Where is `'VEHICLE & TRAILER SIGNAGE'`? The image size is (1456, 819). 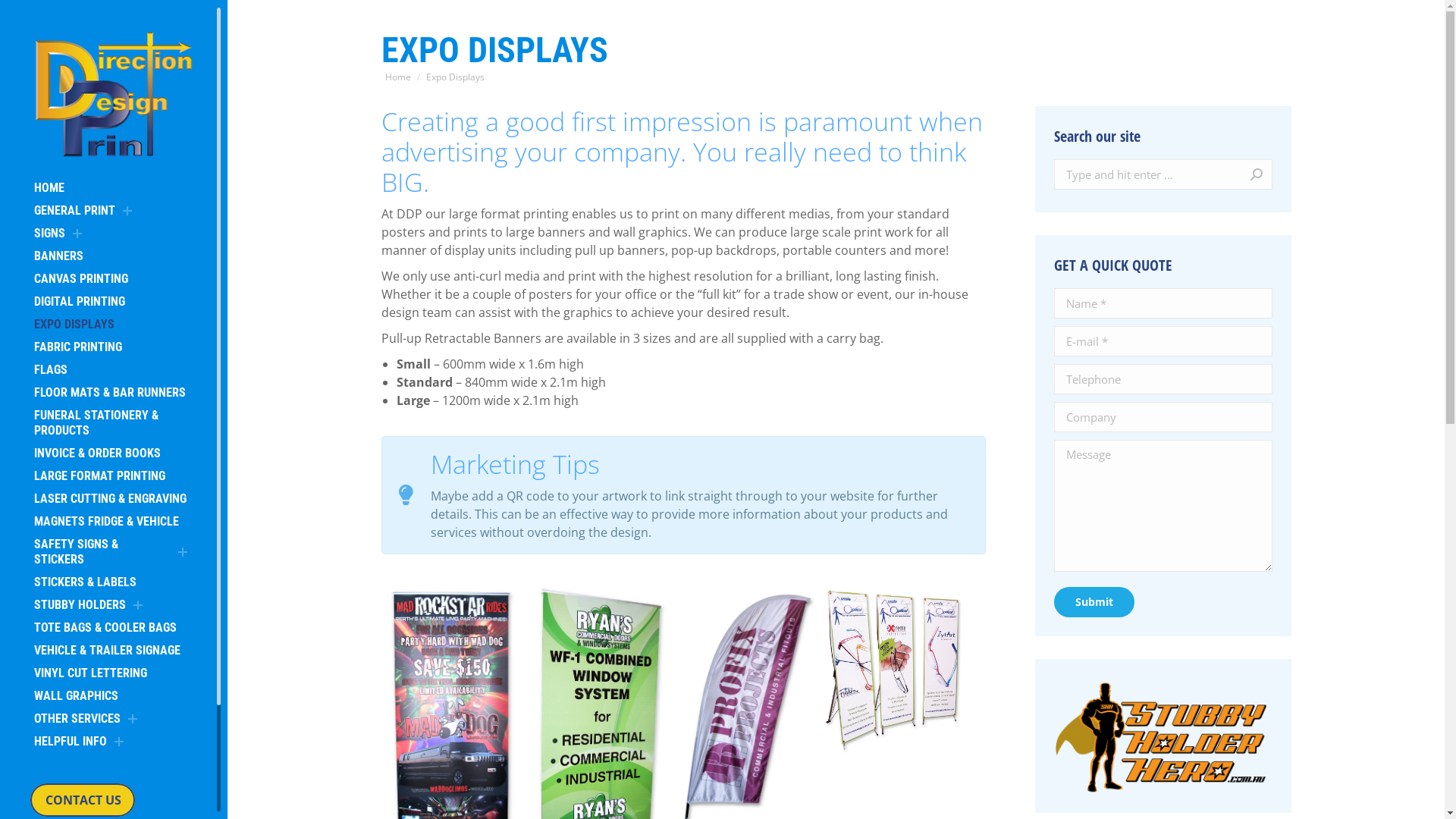 'VEHICLE & TRAILER SIGNAGE' is located at coordinates (106, 649).